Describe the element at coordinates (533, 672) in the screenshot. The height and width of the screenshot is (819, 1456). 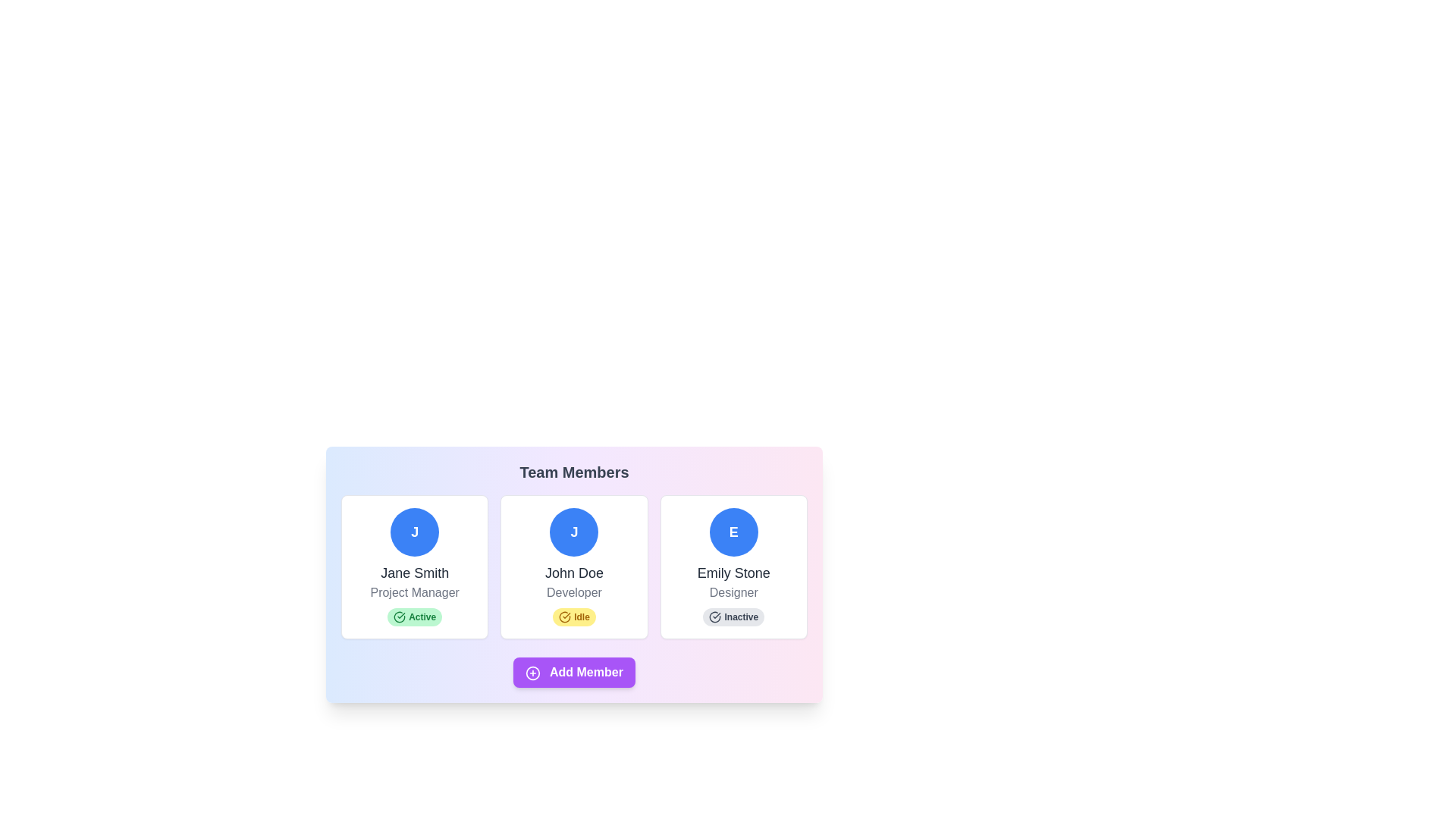
I see `the circular icon representing the action of adding a new member to the team, located to the left of the 'Add Member' text within a purple rectangular button` at that location.